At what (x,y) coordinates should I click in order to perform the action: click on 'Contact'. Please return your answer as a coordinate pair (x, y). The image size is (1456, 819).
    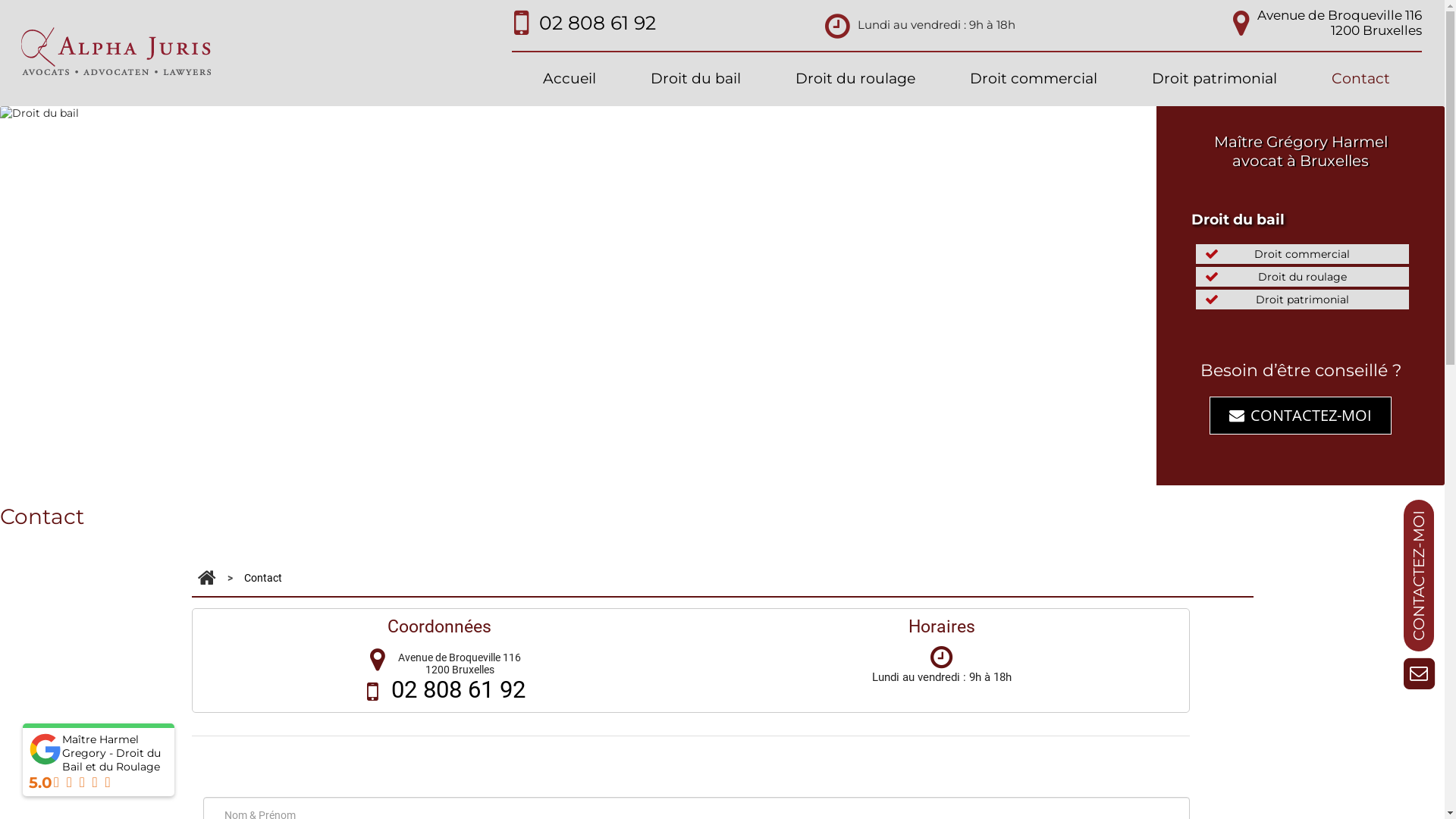
    Looking at the image, I should click on (1360, 79).